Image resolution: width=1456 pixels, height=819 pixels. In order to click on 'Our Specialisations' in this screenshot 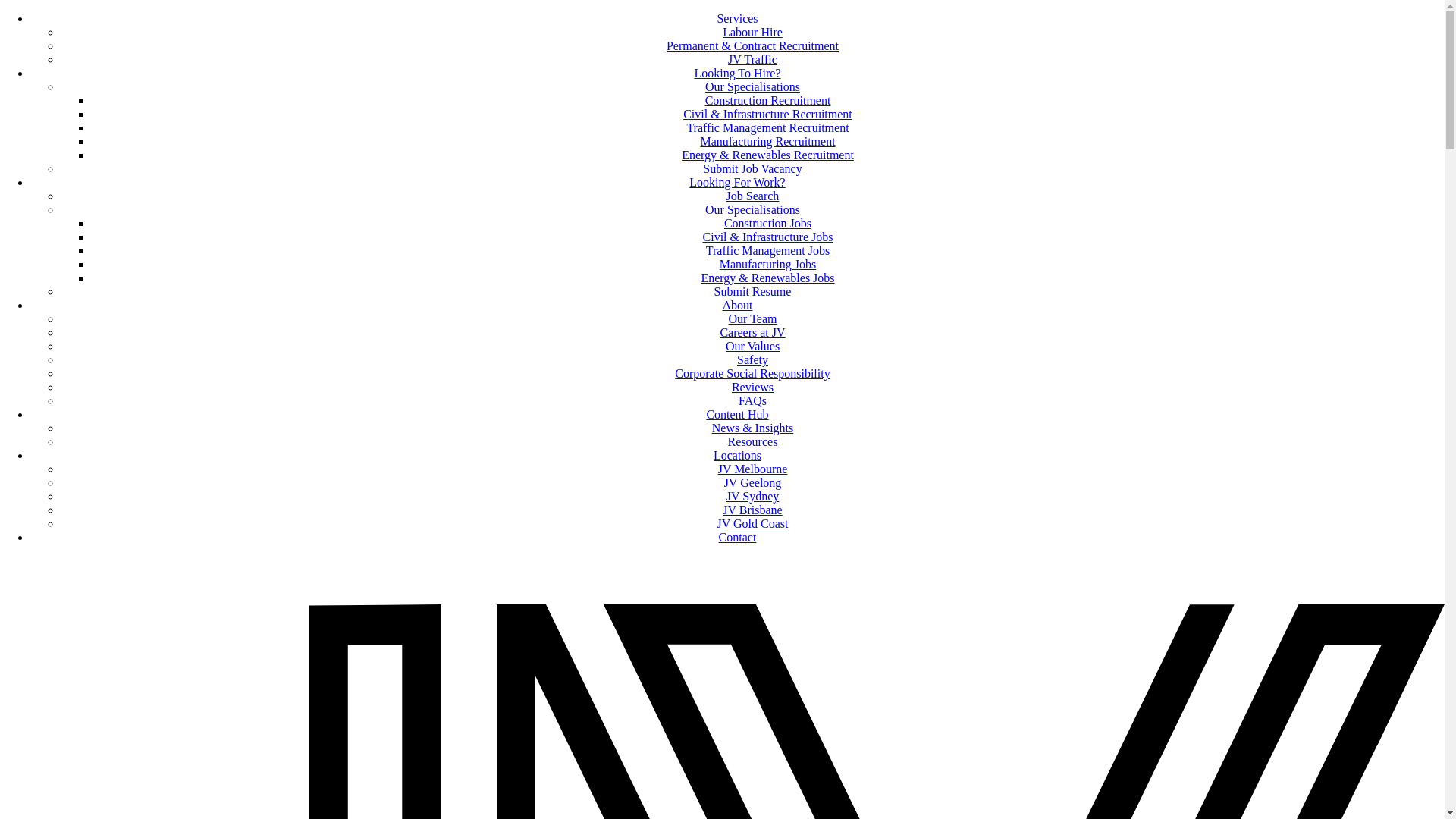, I will do `click(752, 86)`.